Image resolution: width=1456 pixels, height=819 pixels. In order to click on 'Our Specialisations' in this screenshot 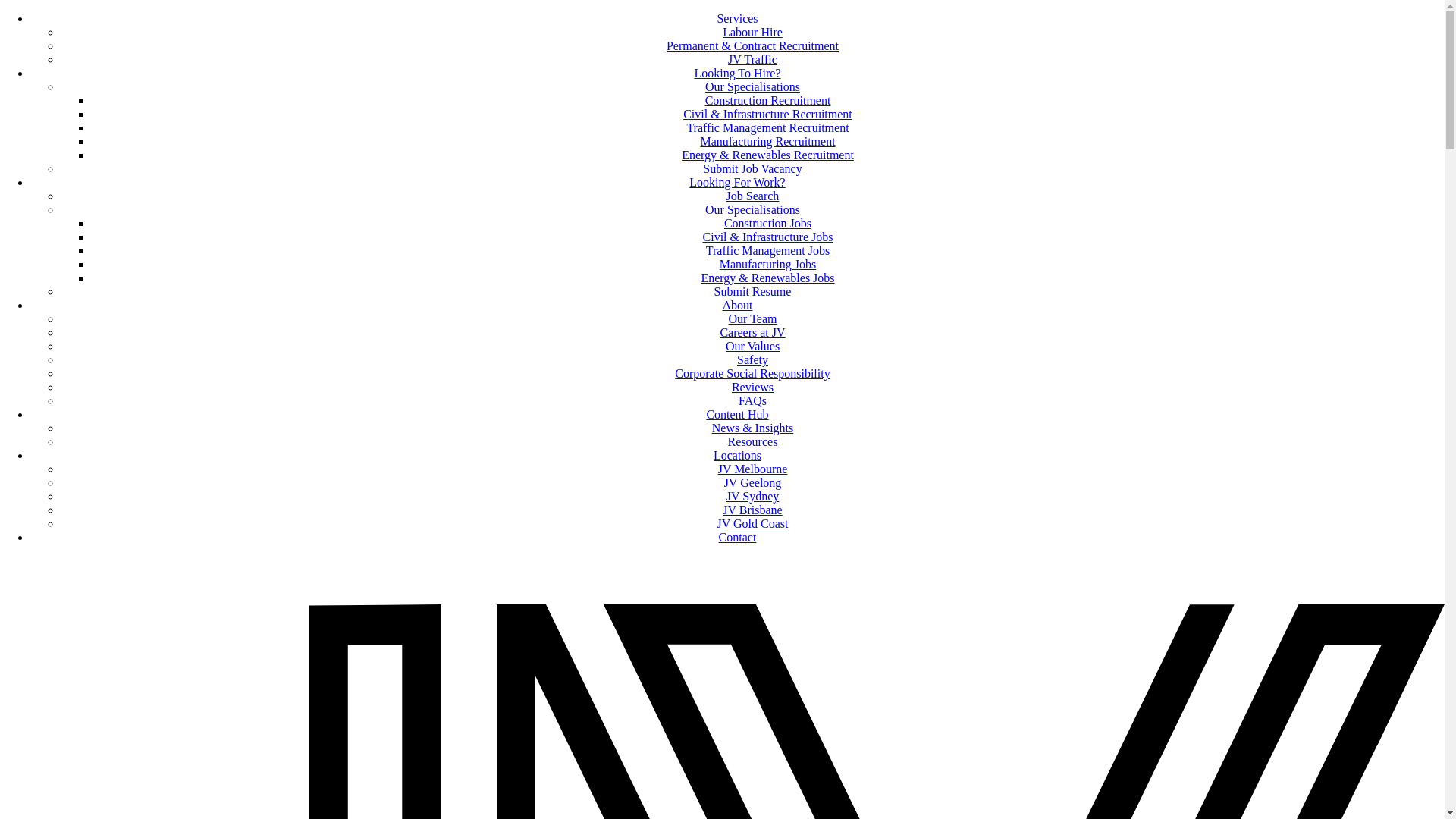, I will do `click(752, 86)`.